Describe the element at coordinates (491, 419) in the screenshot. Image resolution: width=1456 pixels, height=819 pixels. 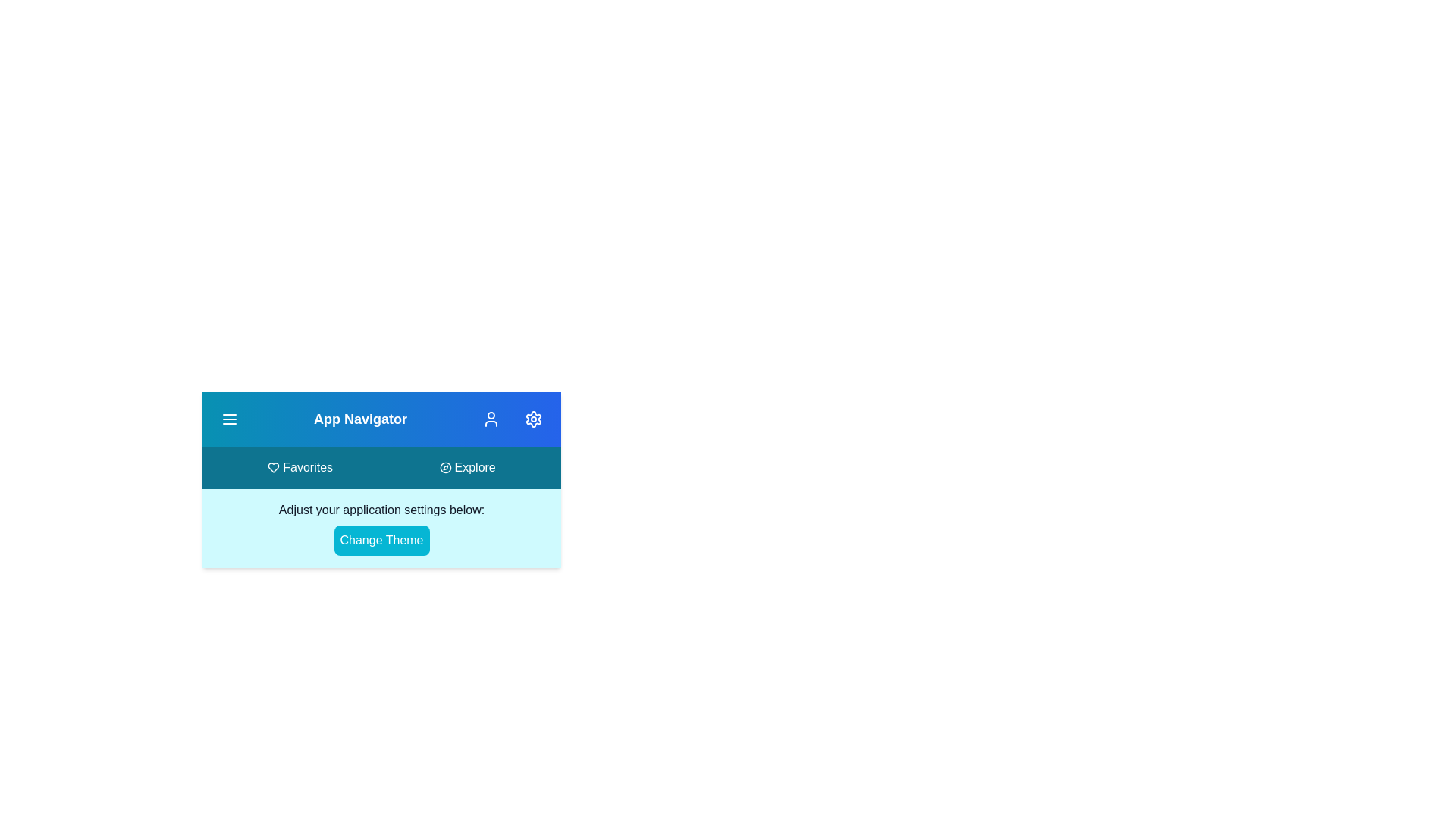
I see `the keyboard interaction on the user icon button` at that location.